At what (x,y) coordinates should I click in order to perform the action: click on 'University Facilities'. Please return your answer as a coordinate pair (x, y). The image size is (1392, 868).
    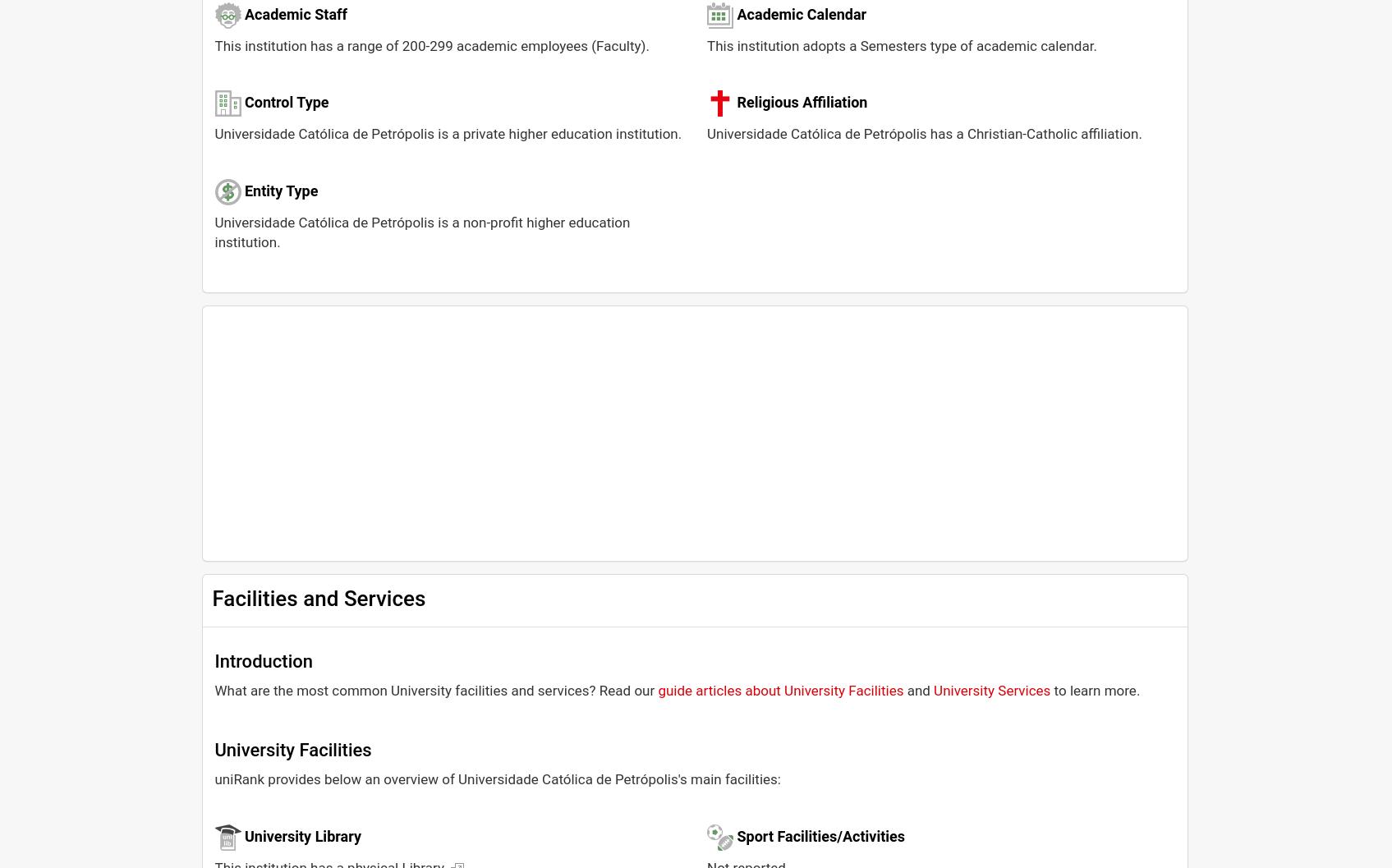
    Looking at the image, I should click on (292, 750).